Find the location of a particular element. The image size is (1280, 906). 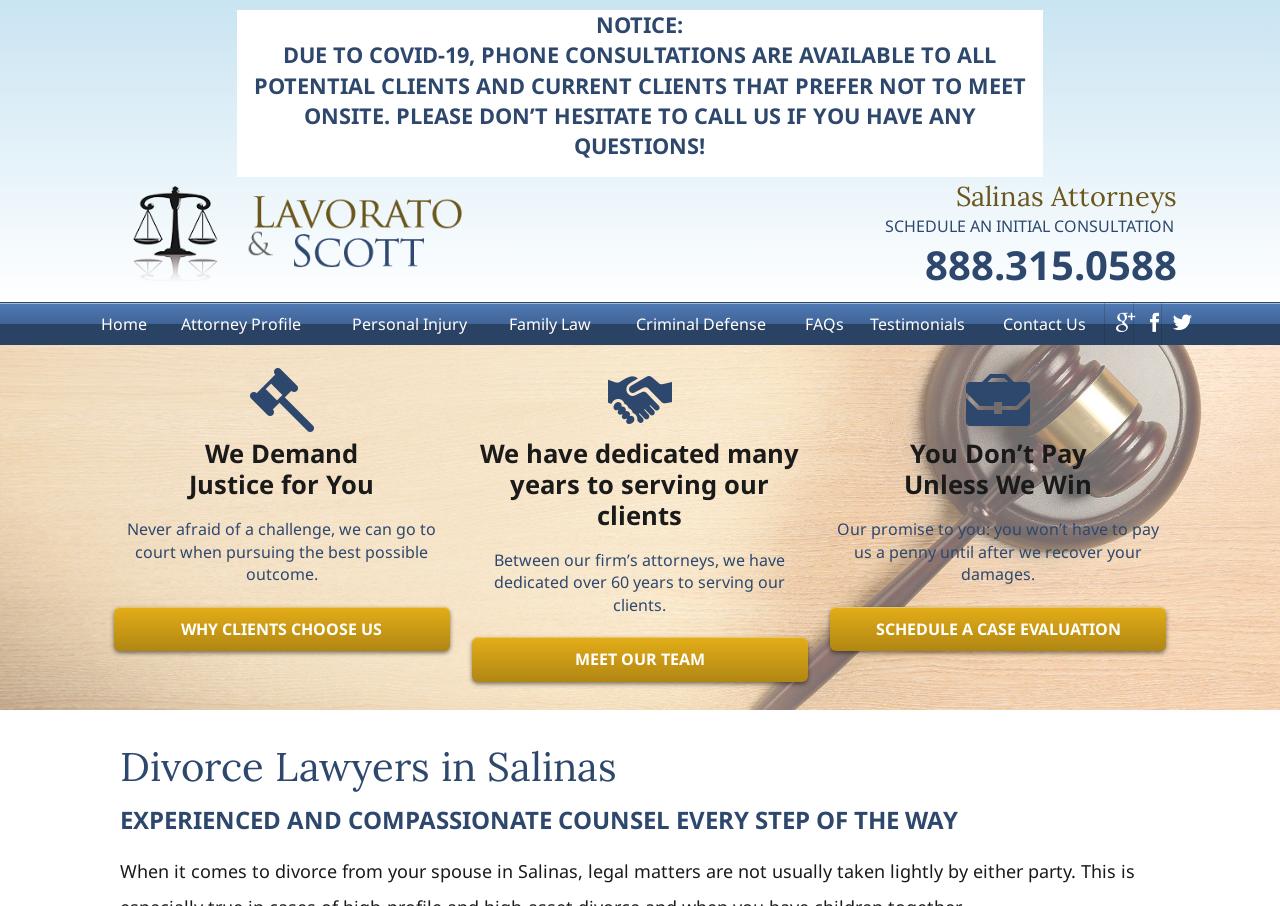

'Meet Our Team' is located at coordinates (572, 658).